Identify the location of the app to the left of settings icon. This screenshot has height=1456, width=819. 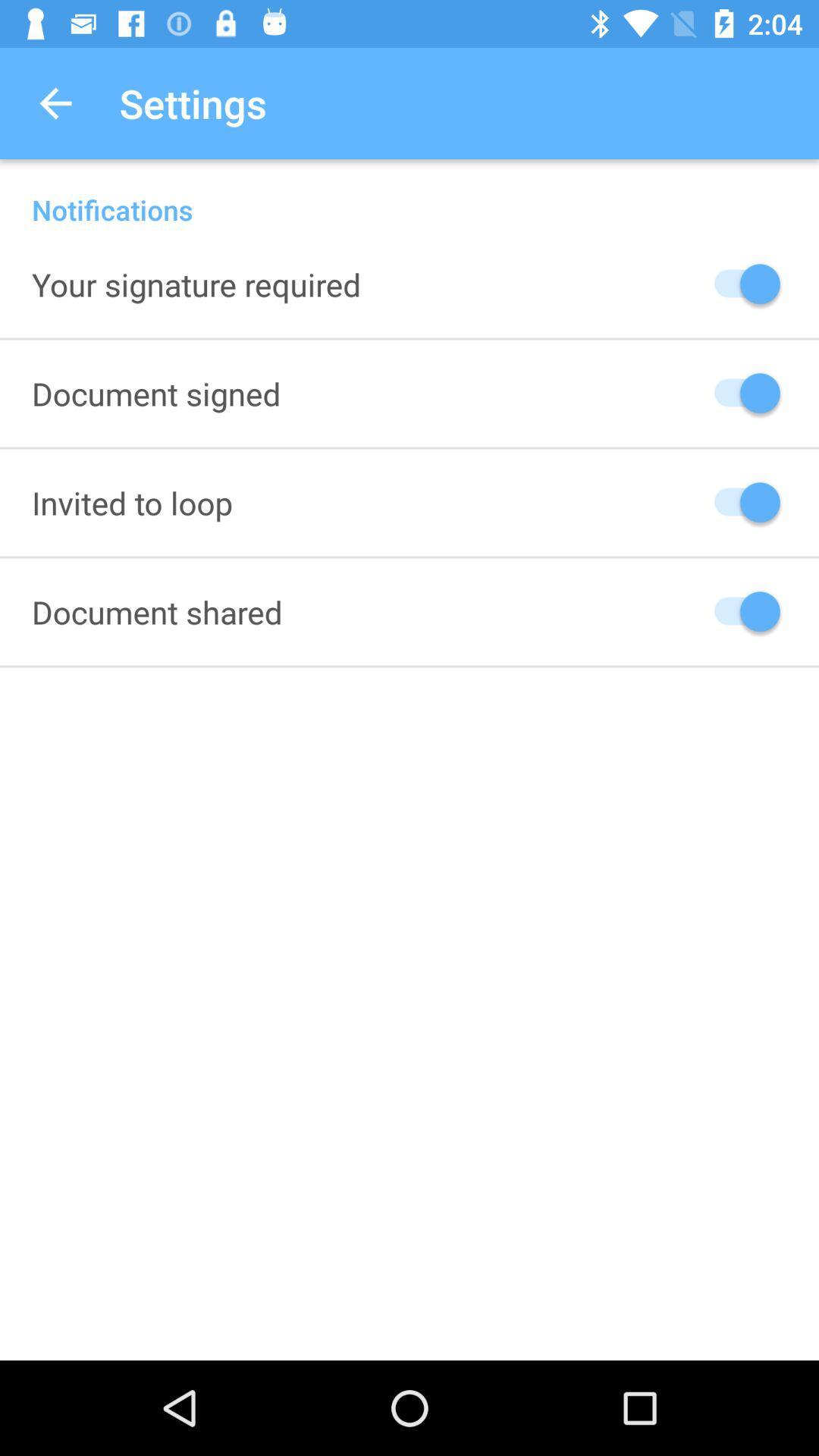
(55, 102).